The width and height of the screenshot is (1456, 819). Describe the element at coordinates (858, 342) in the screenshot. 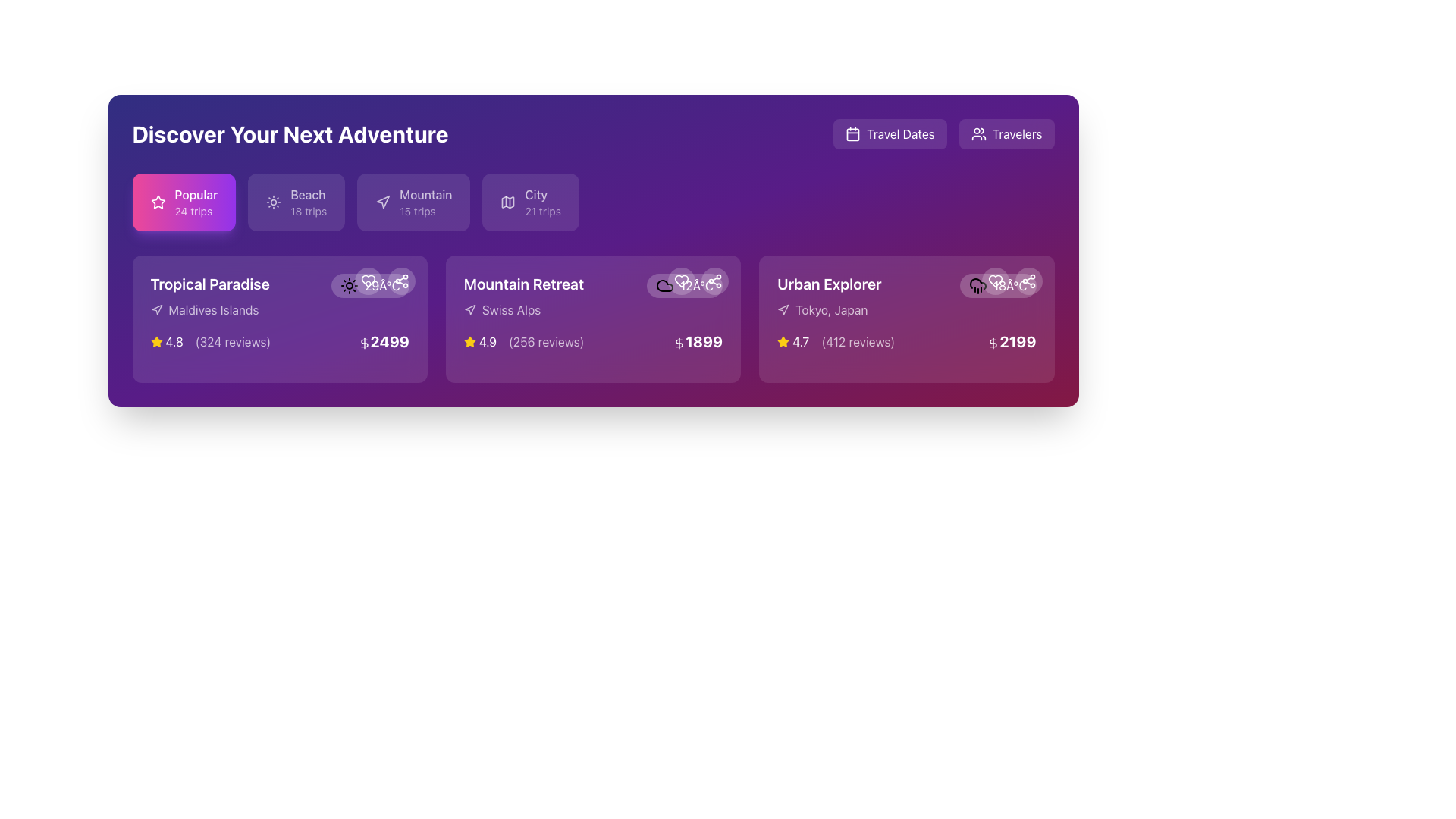

I see `the Text label that displays the number of user reviews (412) for the 'Urban Explorer' offer, located below the rating (4.7) and above the price ($2199)` at that location.